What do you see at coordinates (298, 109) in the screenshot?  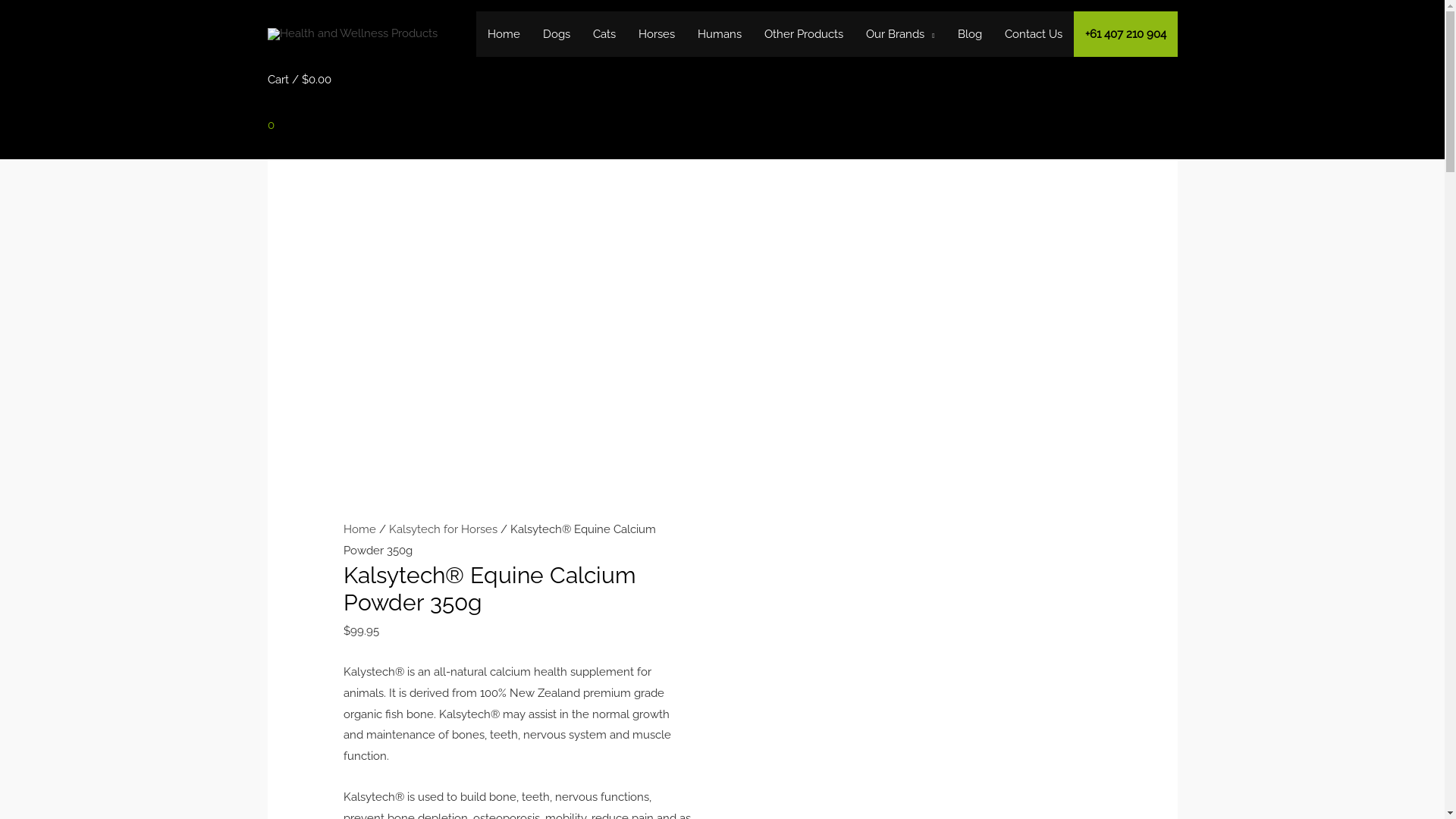 I see `'Cart / $0.00` at bounding box center [298, 109].